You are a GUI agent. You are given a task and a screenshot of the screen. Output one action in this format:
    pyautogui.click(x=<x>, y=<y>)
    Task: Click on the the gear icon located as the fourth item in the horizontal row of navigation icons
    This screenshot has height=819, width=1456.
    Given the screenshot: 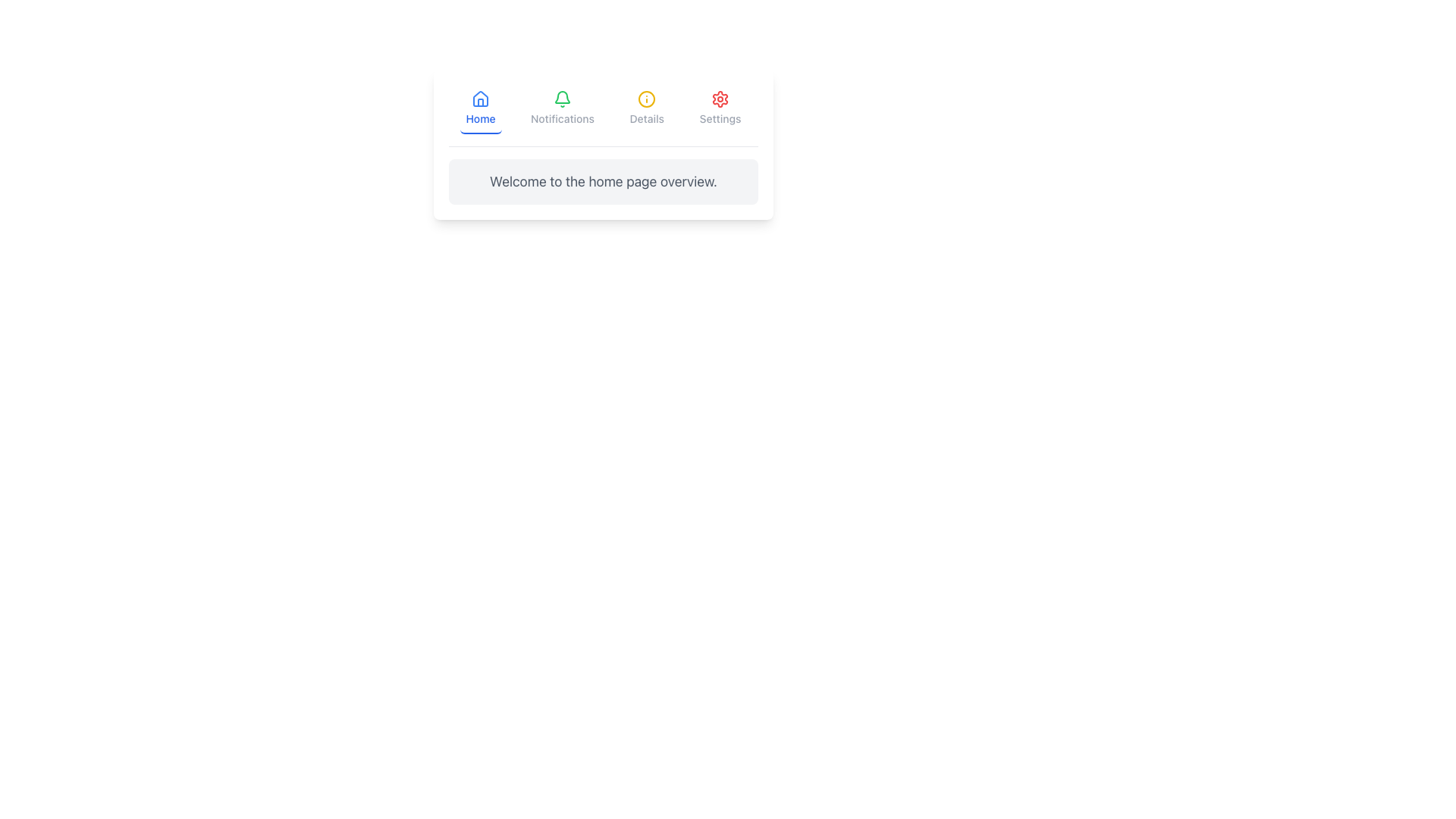 What is the action you would take?
    pyautogui.click(x=720, y=99)
    